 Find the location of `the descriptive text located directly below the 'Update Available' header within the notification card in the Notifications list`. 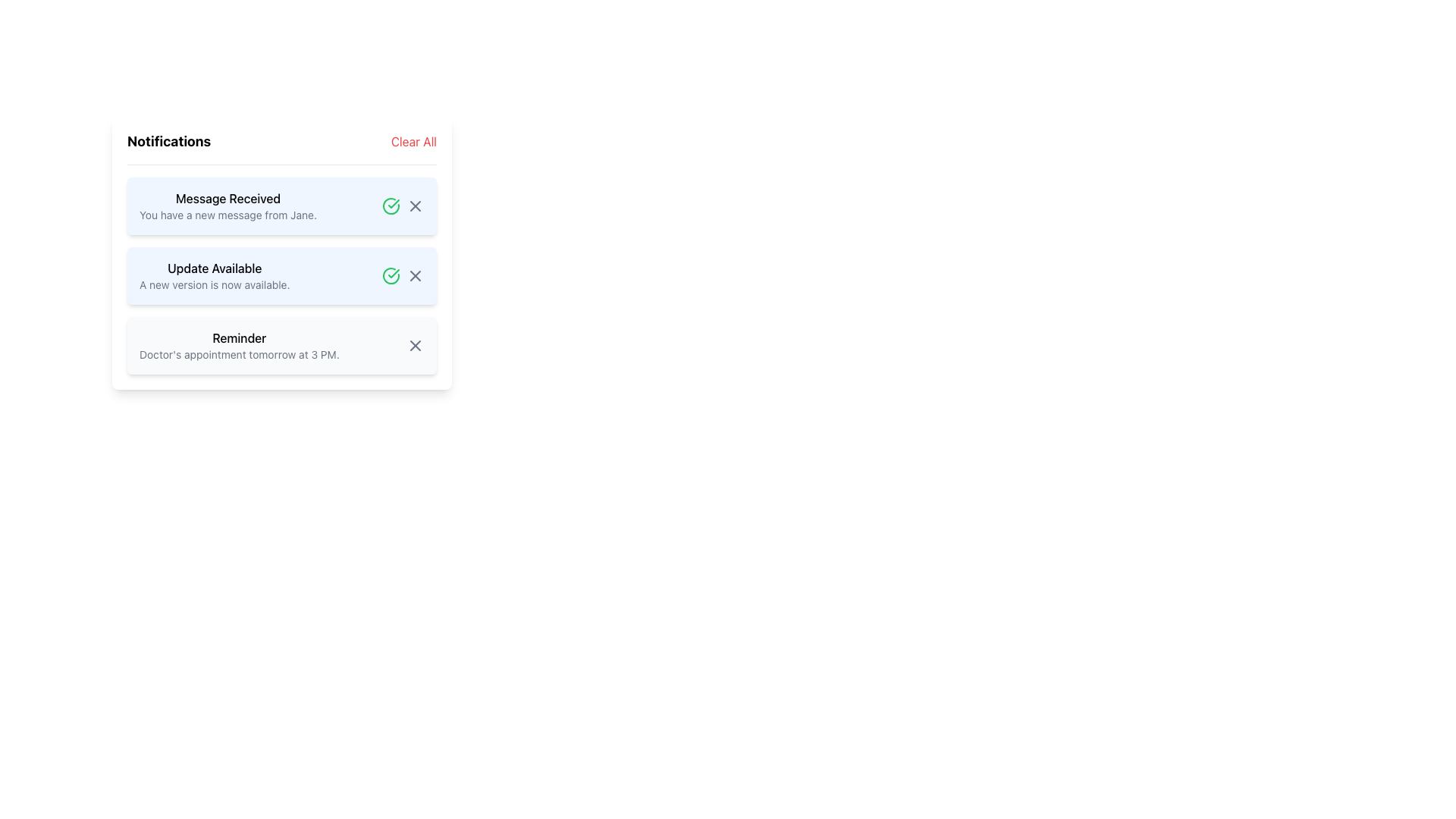

the descriptive text located directly below the 'Update Available' header within the notification card in the Notifications list is located at coordinates (214, 284).